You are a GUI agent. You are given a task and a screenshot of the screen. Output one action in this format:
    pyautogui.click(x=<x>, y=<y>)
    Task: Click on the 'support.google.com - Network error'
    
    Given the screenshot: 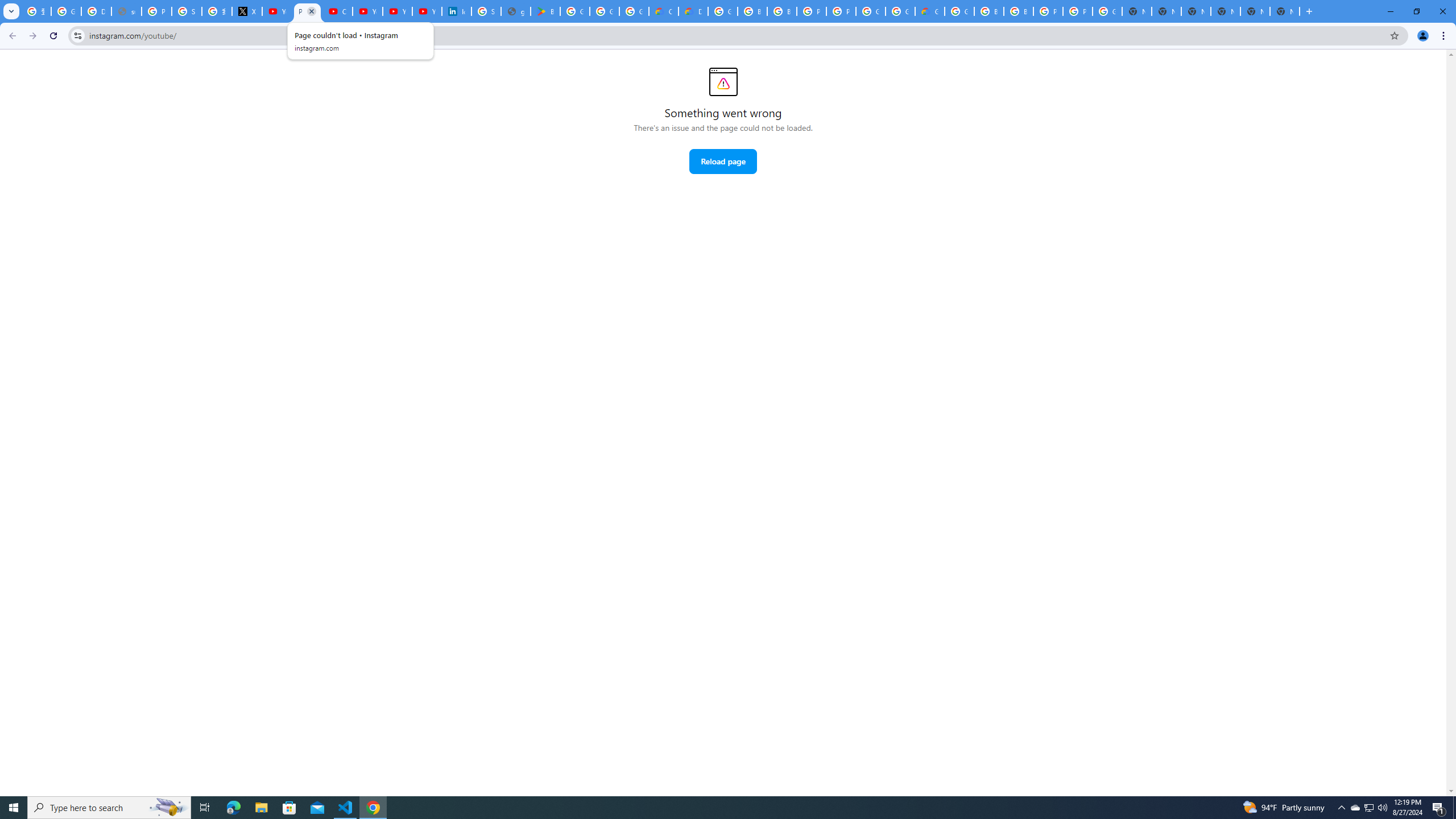 What is the action you would take?
    pyautogui.click(x=126, y=11)
    